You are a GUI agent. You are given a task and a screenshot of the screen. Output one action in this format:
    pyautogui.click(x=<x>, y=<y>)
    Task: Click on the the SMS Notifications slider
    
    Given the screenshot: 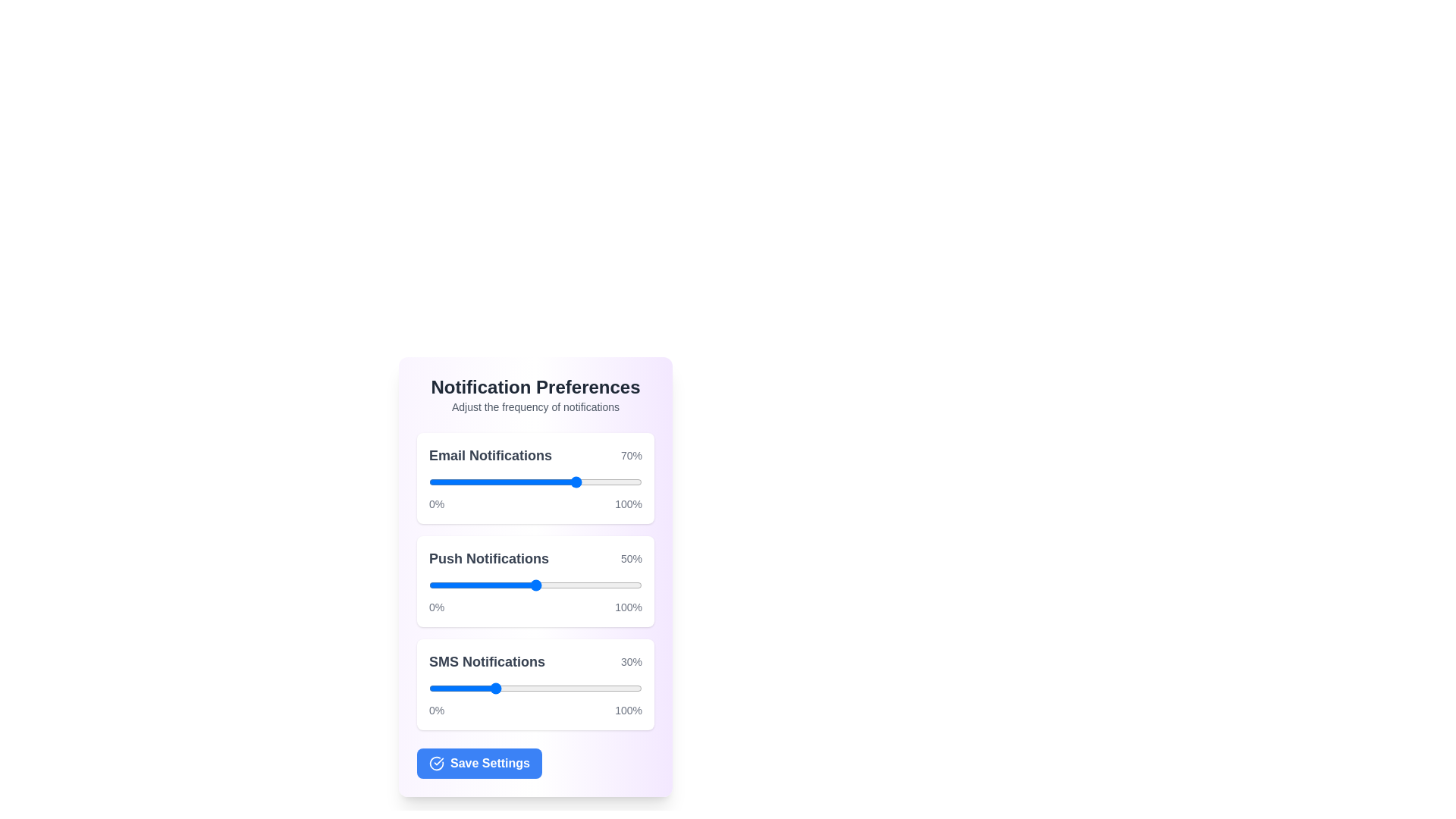 What is the action you would take?
    pyautogui.click(x=627, y=688)
    